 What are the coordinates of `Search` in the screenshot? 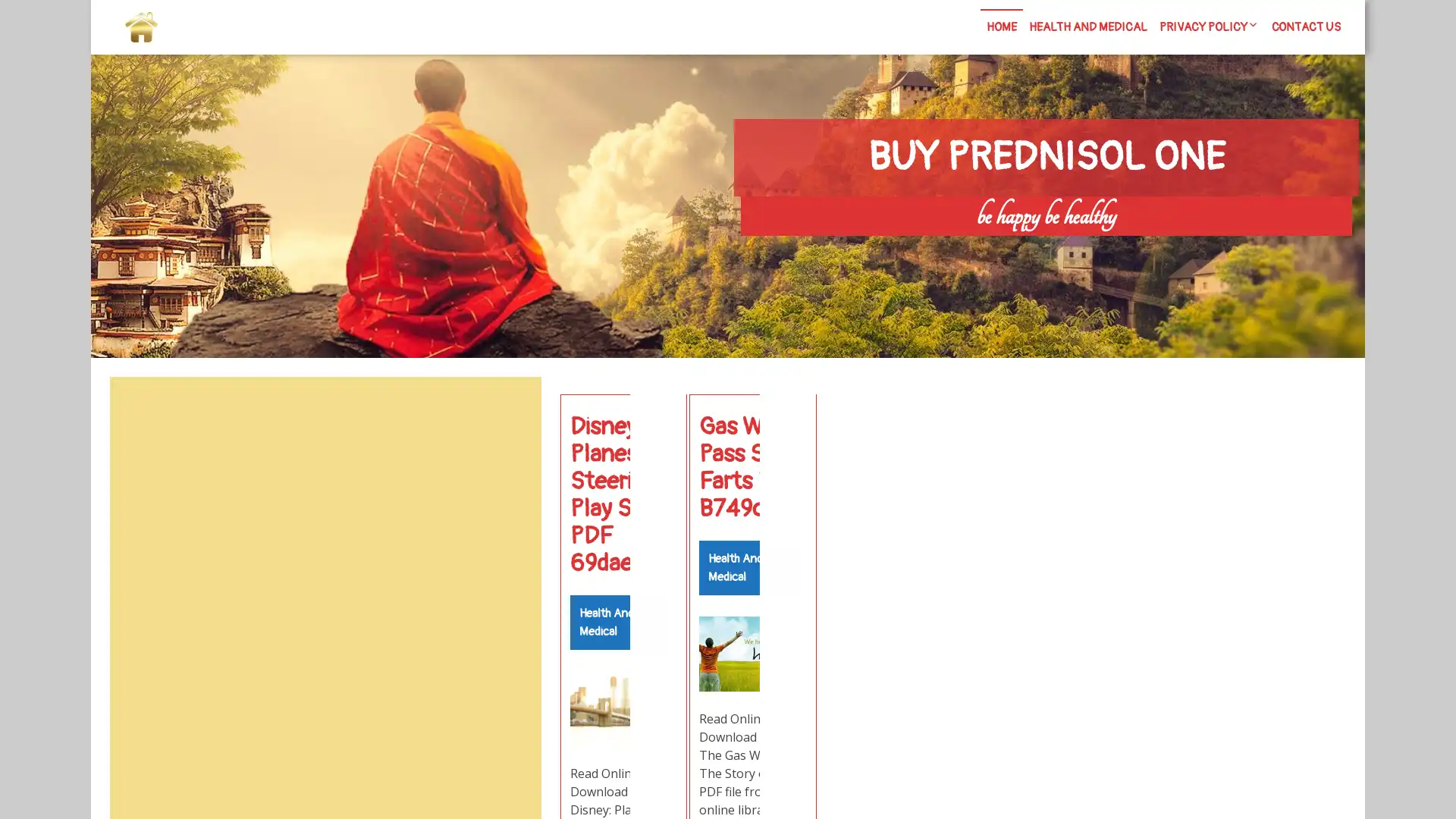 It's located at (1181, 248).